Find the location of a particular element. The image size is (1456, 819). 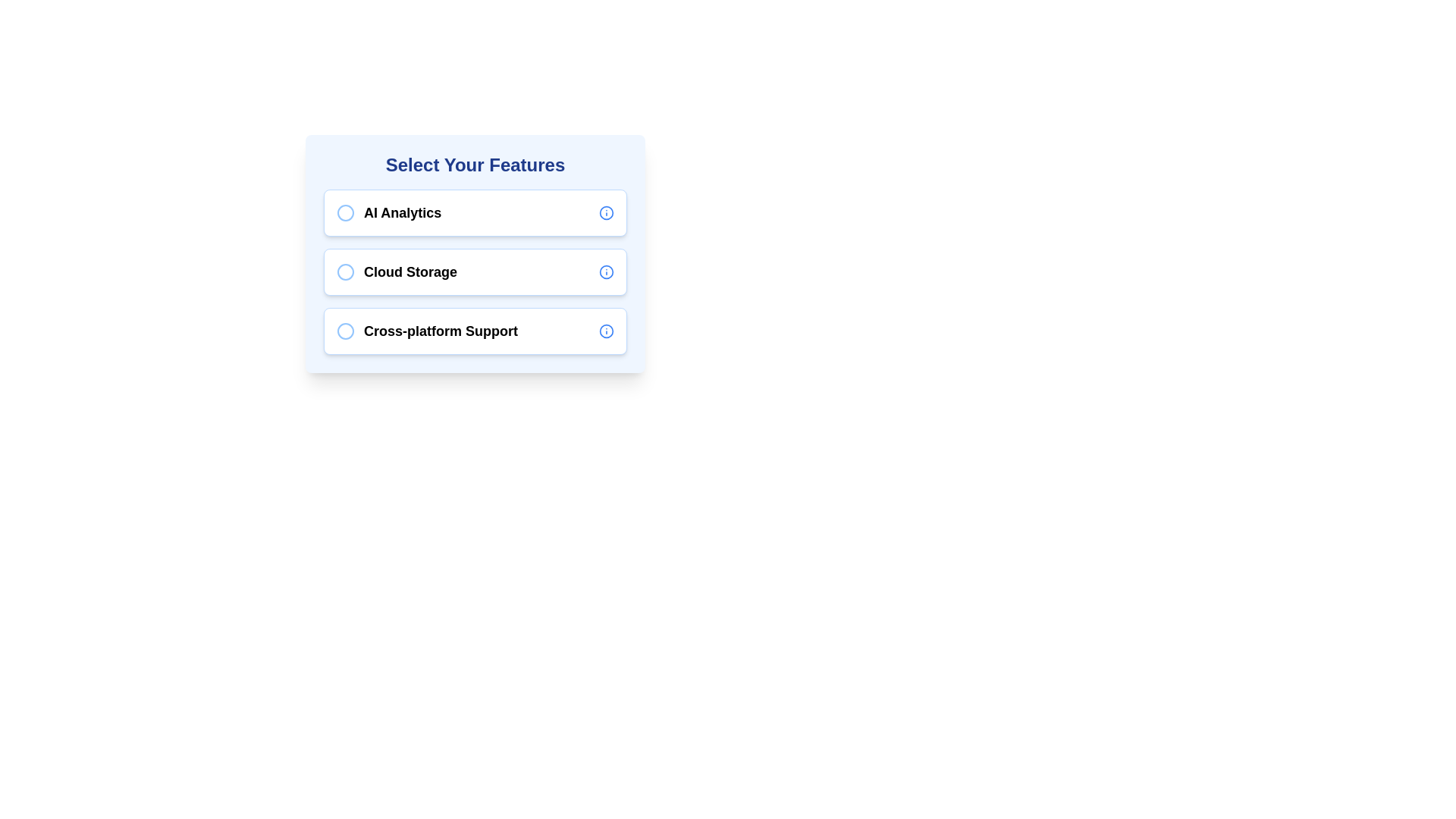

the informational tooltip button located to the right of the 'Cross-platform Support' label is located at coordinates (607, 330).